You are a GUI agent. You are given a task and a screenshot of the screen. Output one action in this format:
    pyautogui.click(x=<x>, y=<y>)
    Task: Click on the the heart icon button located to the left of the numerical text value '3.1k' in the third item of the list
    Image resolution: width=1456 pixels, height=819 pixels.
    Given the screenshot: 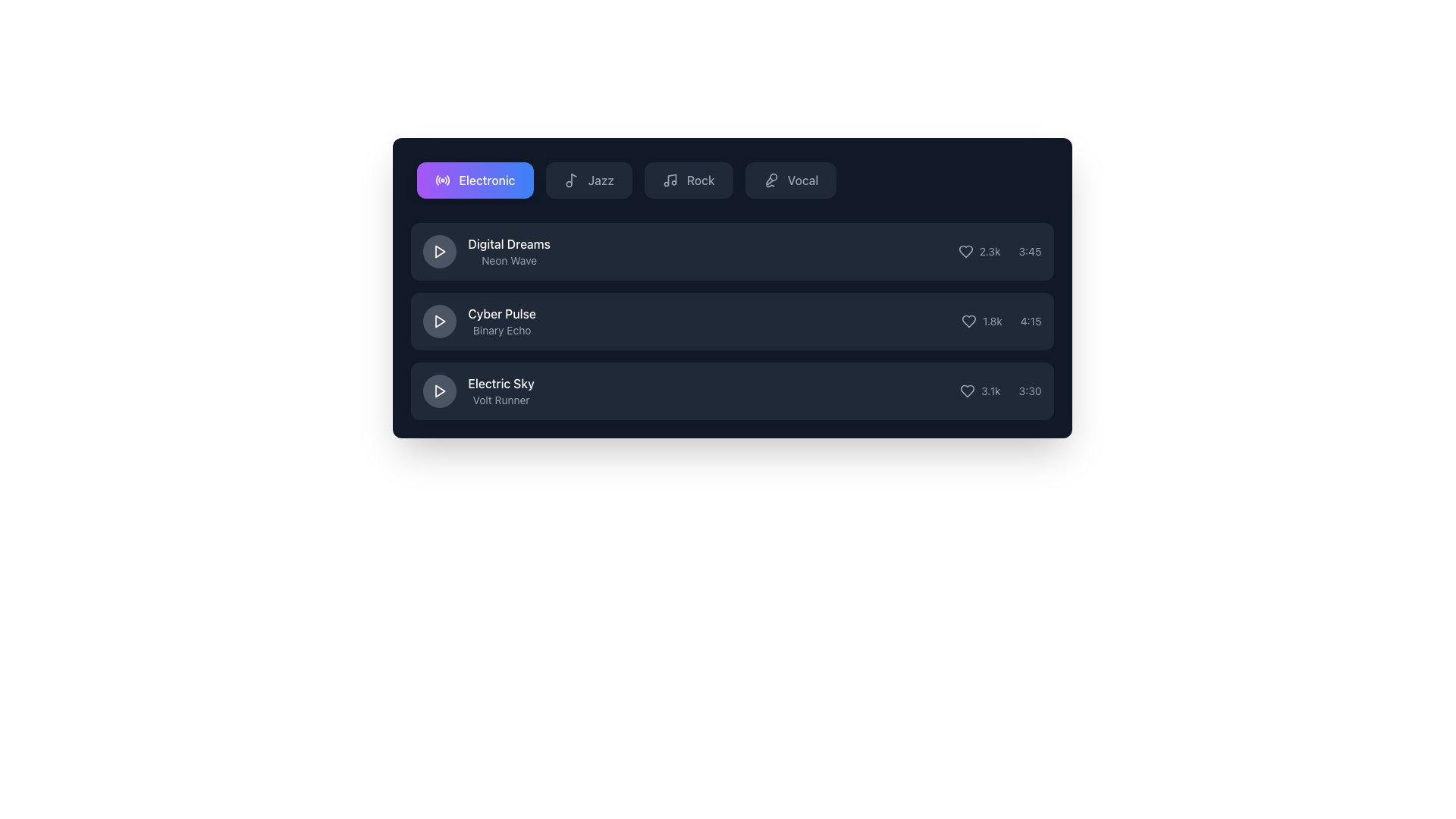 What is the action you would take?
    pyautogui.click(x=967, y=391)
    